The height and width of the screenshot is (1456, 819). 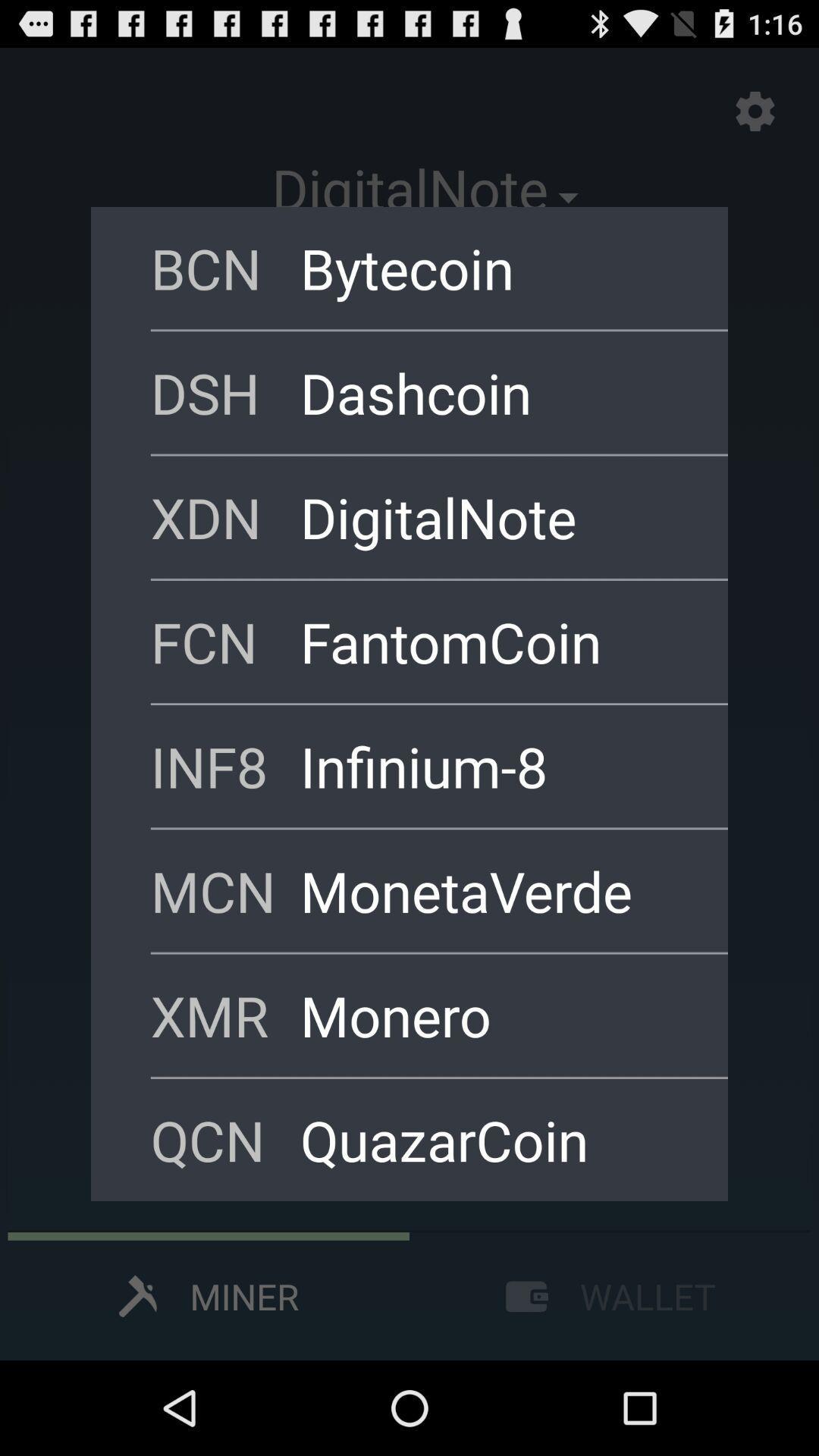 What do you see at coordinates (225, 392) in the screenshot?
I see `icon below the bcn app` at bounding box center [225, 392].